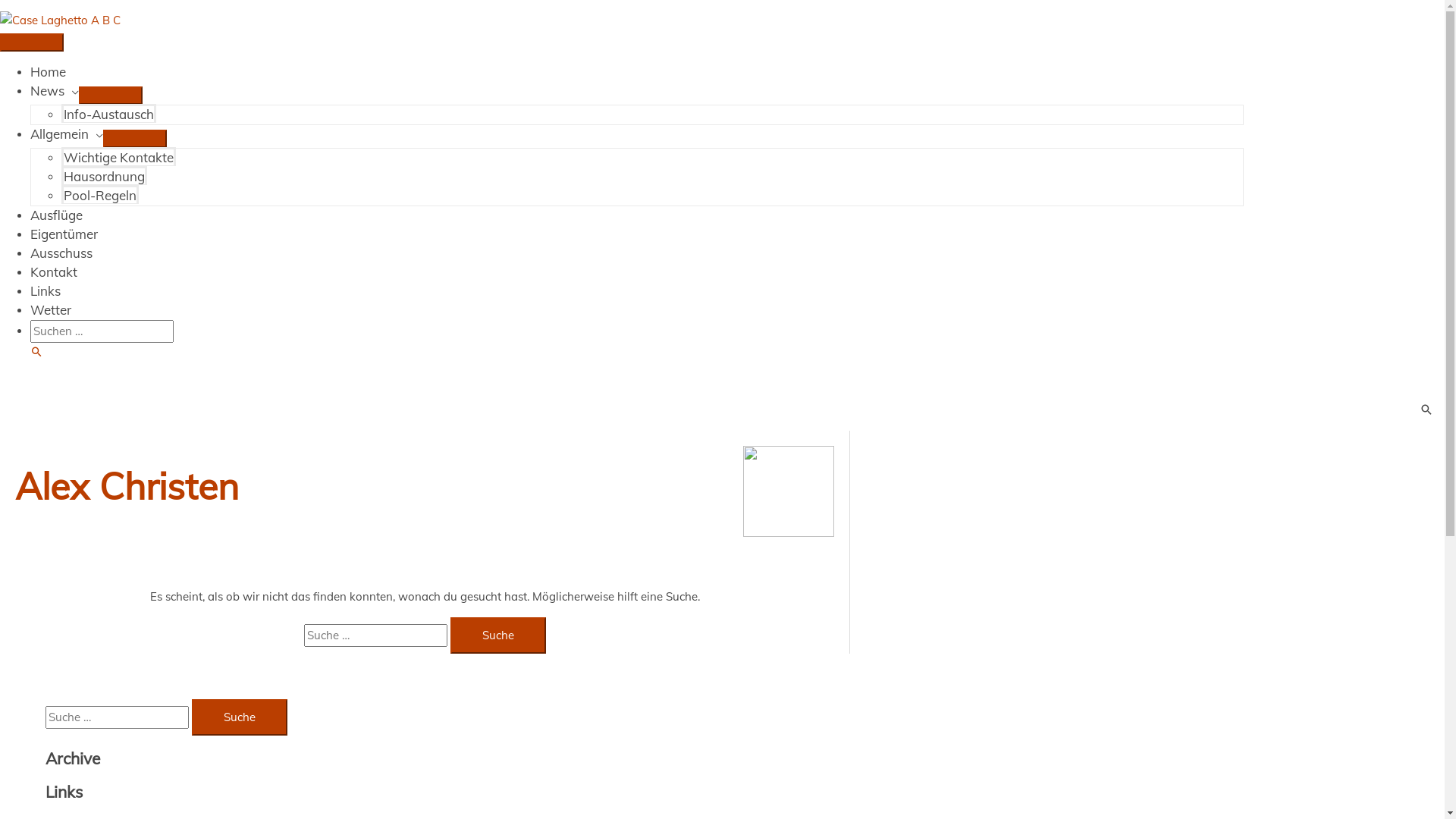 Image resolution: width=1456 pixels, height=819 pixels. I want to click on 'Ausschuss', so click(61, 252).